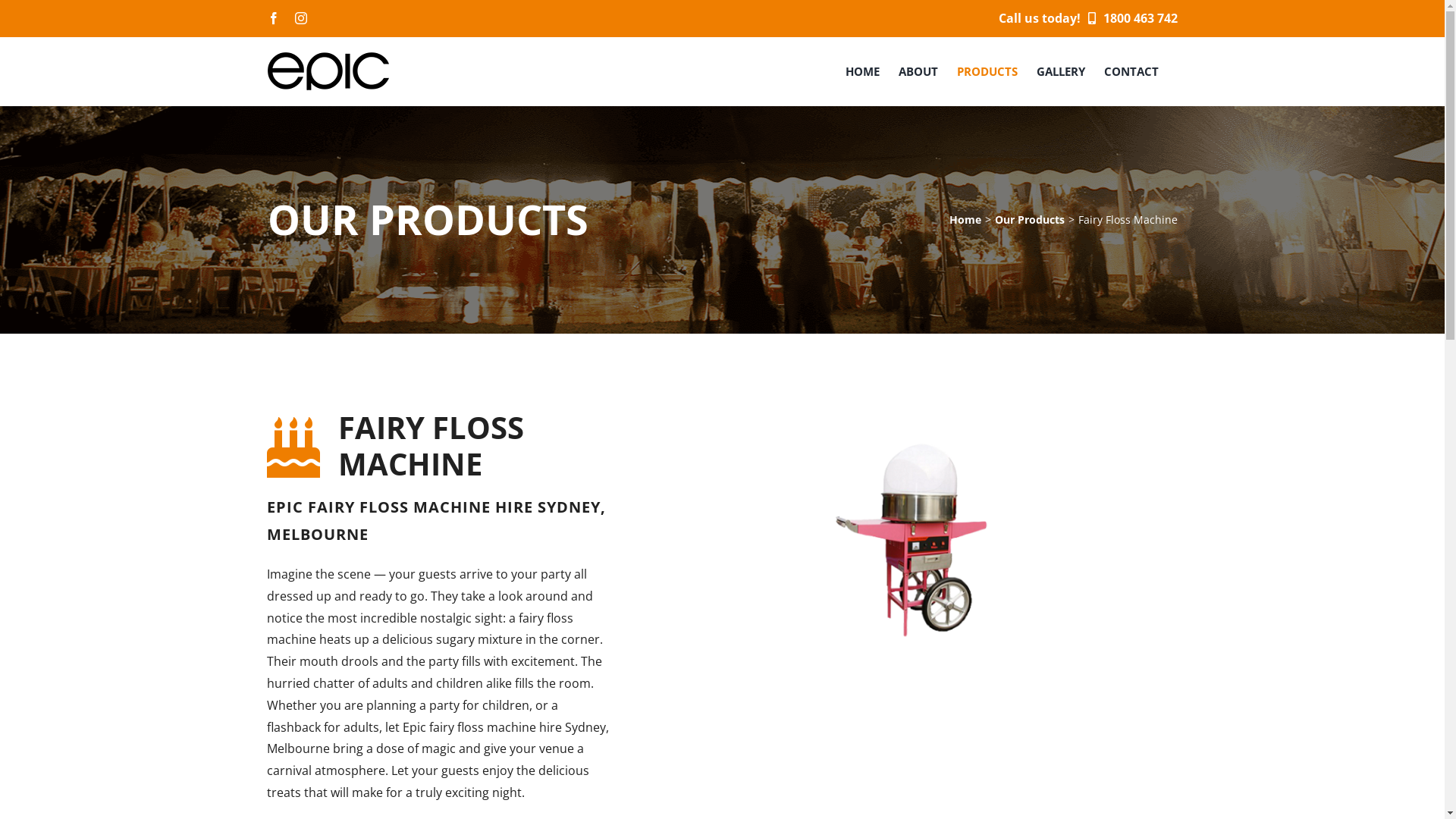 The width and height of the screenshot is (1456, 819). Describe the element at coordinates (861, 71) in the screenshot. I see `'HOME'` at that location.